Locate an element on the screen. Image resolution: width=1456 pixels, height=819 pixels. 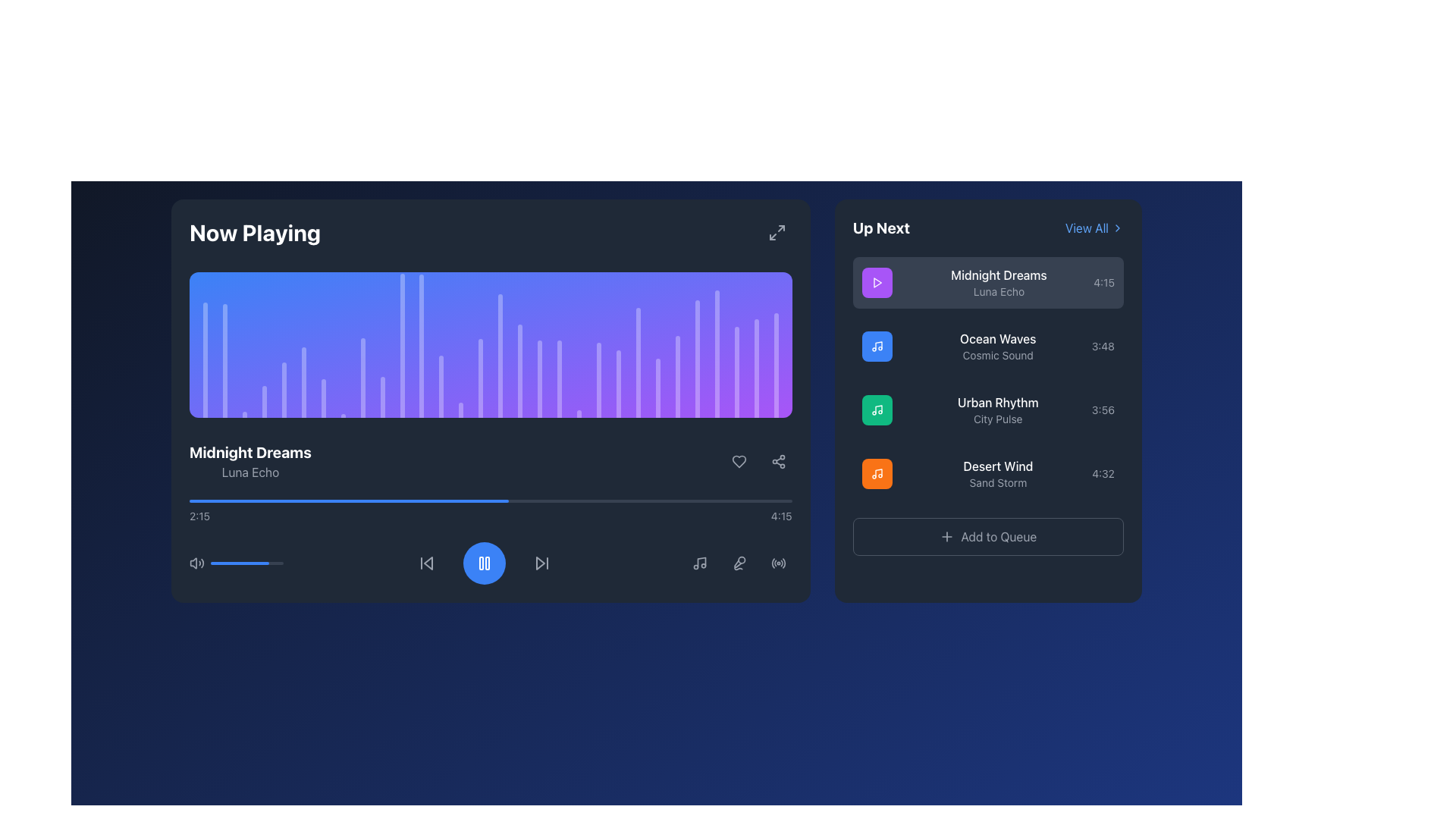
the progress bar is located at coordinates (394, 500).